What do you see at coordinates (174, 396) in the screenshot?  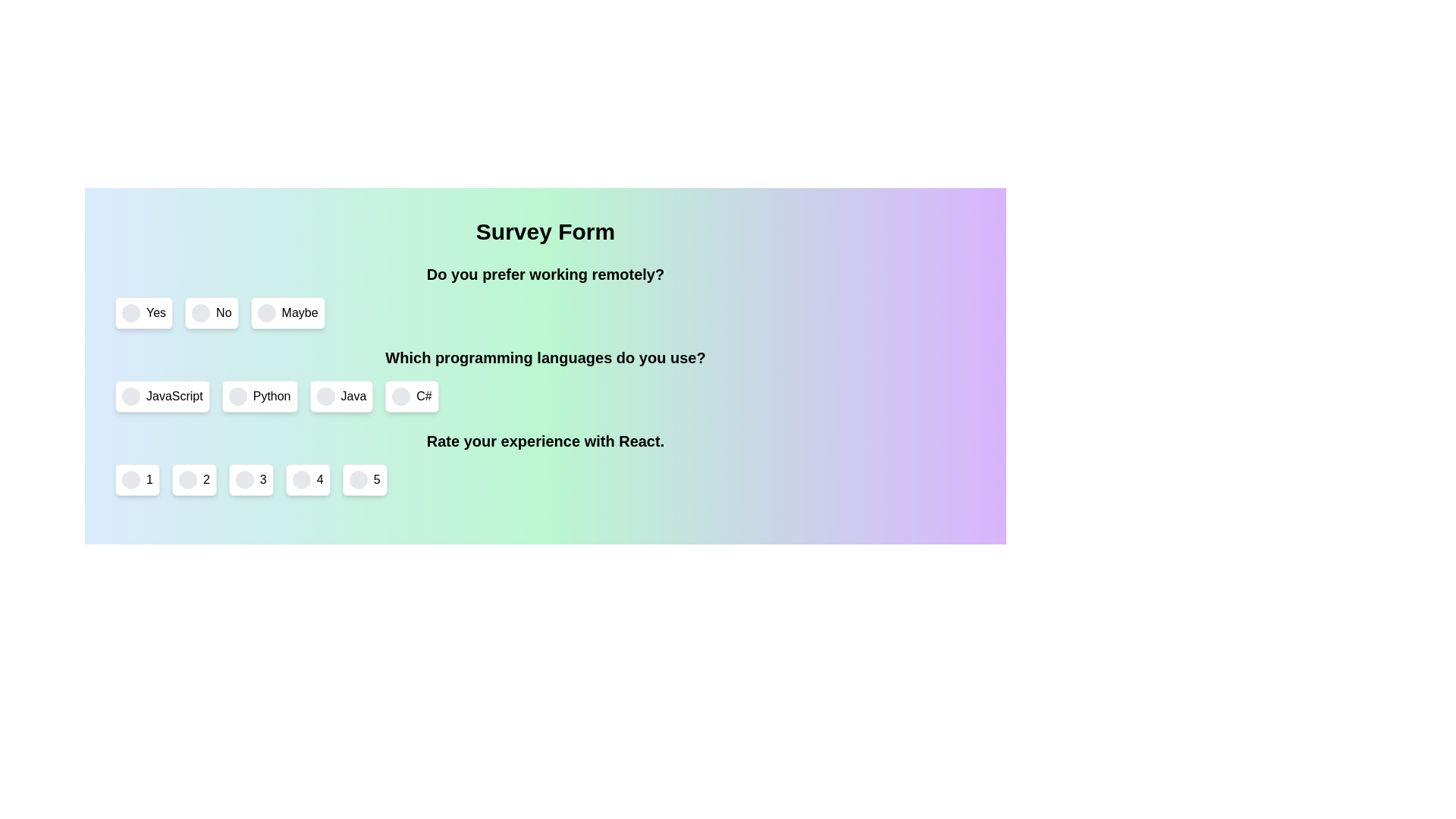 I see `the 'JavaScript' text label, which describes the second selectable option for programming languages, located to the right of its corresponding circular checkbox` at bounding box center [174, 396].